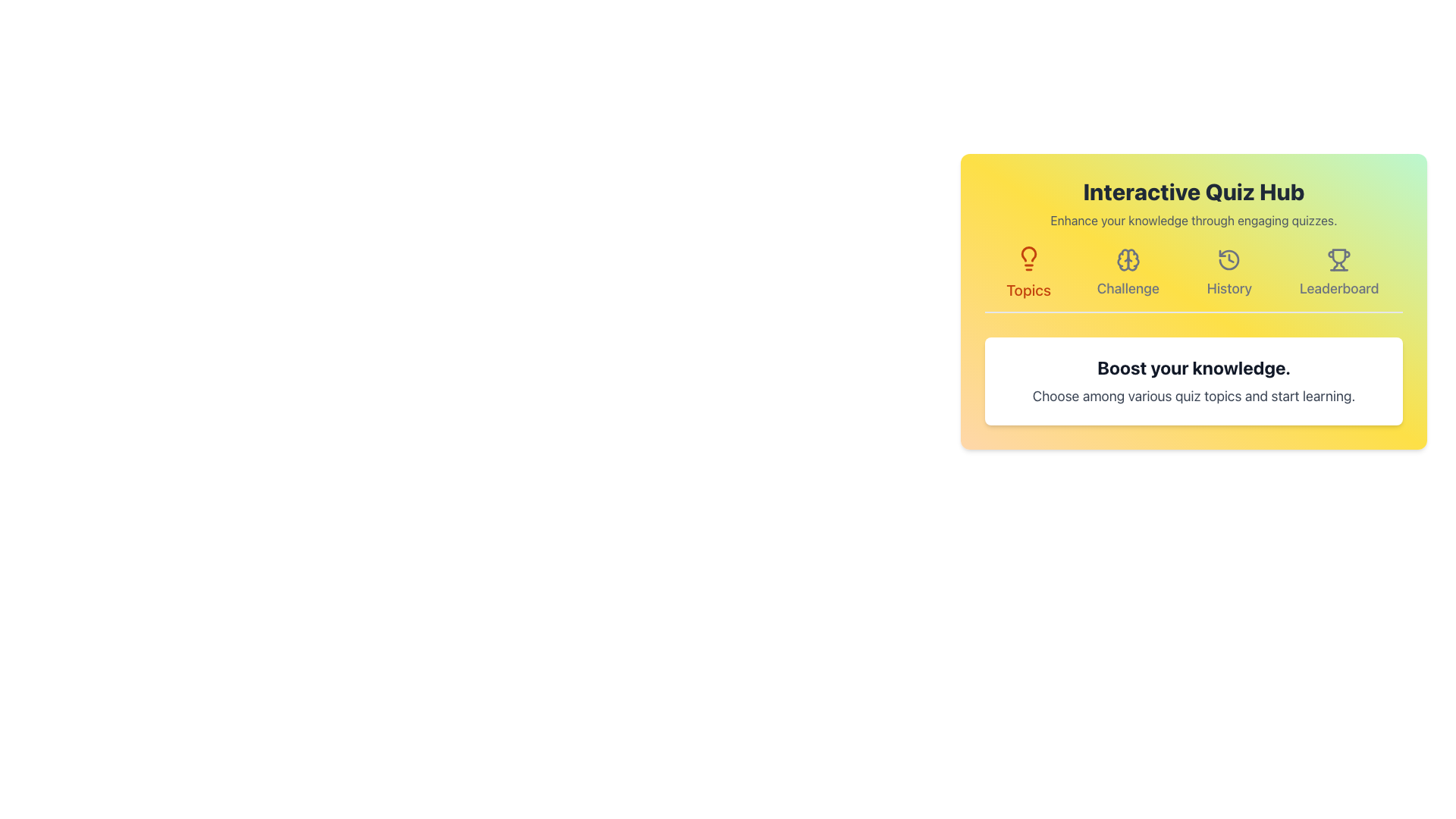 The image size is (1456, 819). I want to click on the subtitle text label located below the title 'Interactive Quiz Hub' in the interactive quiz hub card, so click(1193, 220).